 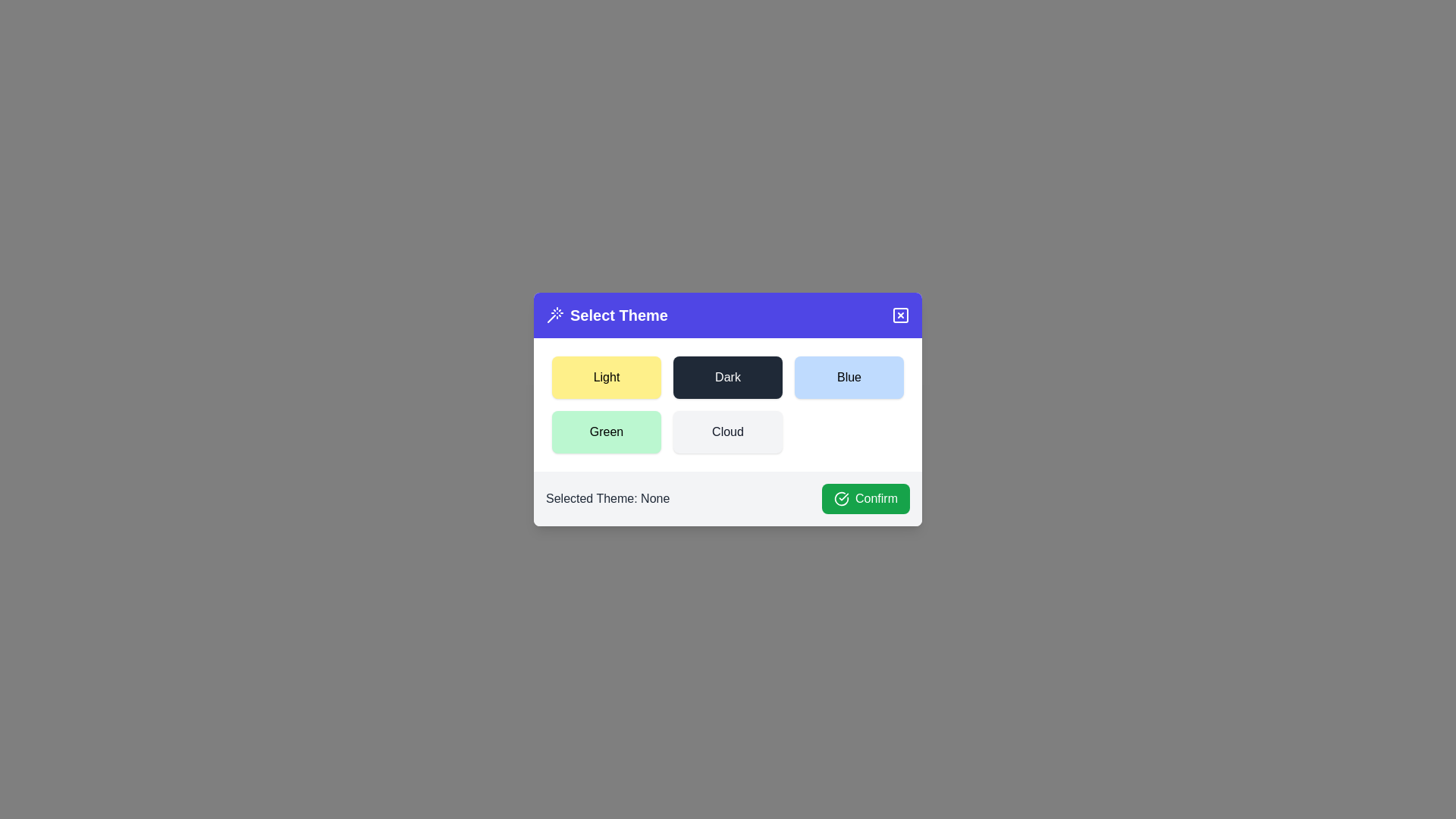 I want to click on the theme Blue from the available options, so click(x=848, y=376).